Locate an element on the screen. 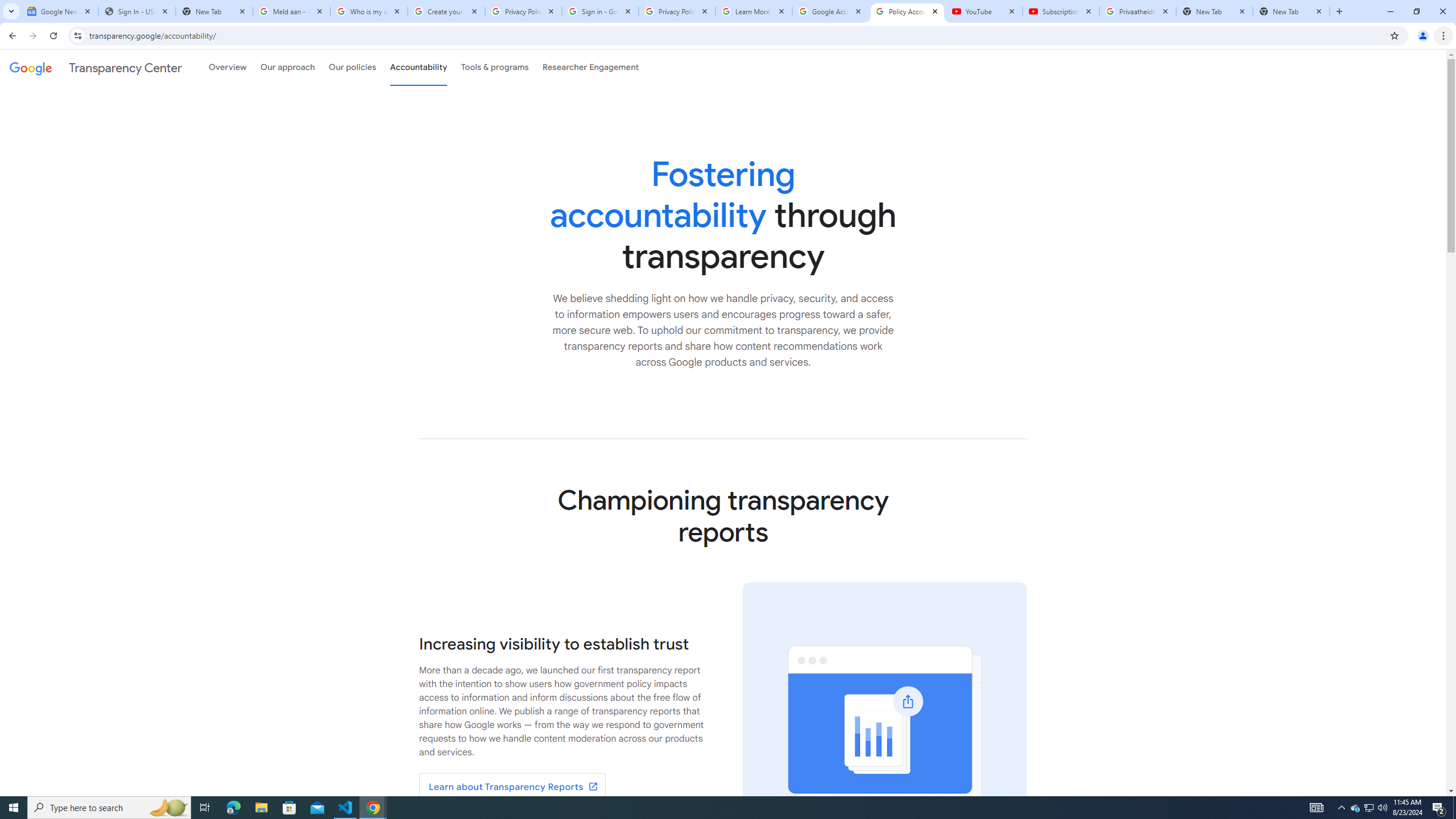  'Subscriptions - YouTube' is located at coordinates (1061, 11).